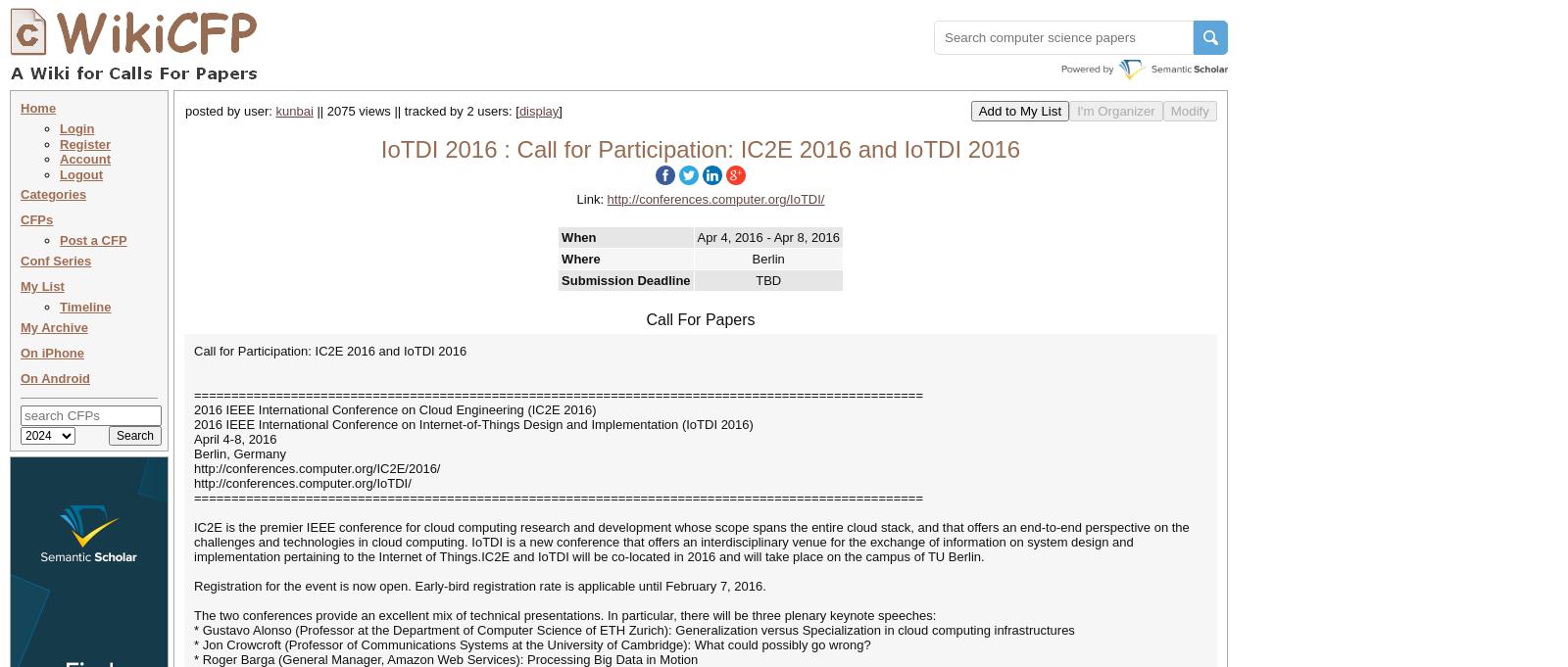 The height and width of the screenshot is (667, 1568). What do you see at coordinates (537, 110) in the screenshot?
I see `'display'` at bounding box center [537, 110].